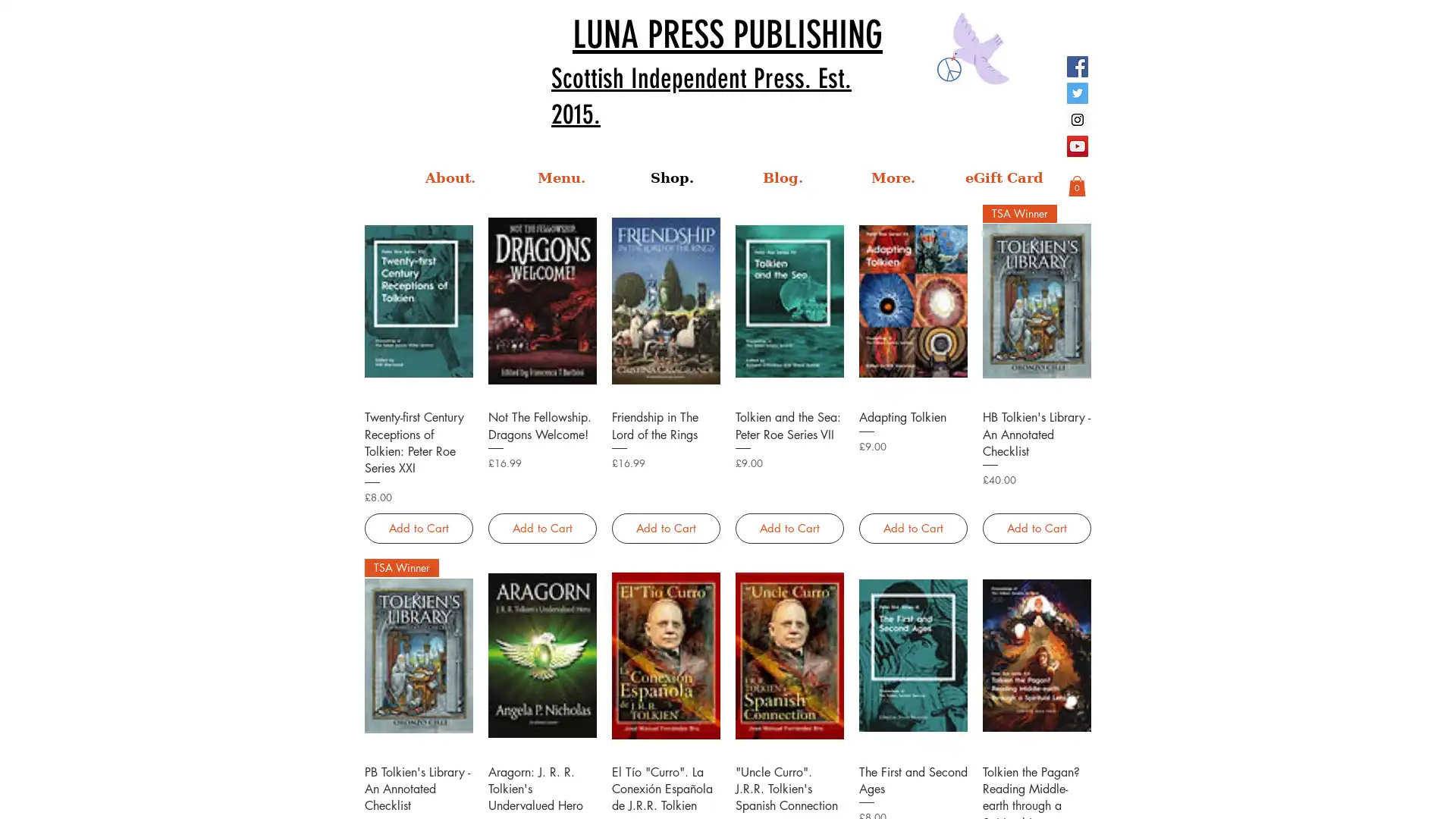 The height and width of the screenshot is (819, 1456). I want to click on Quick View, so click(1035, 770).